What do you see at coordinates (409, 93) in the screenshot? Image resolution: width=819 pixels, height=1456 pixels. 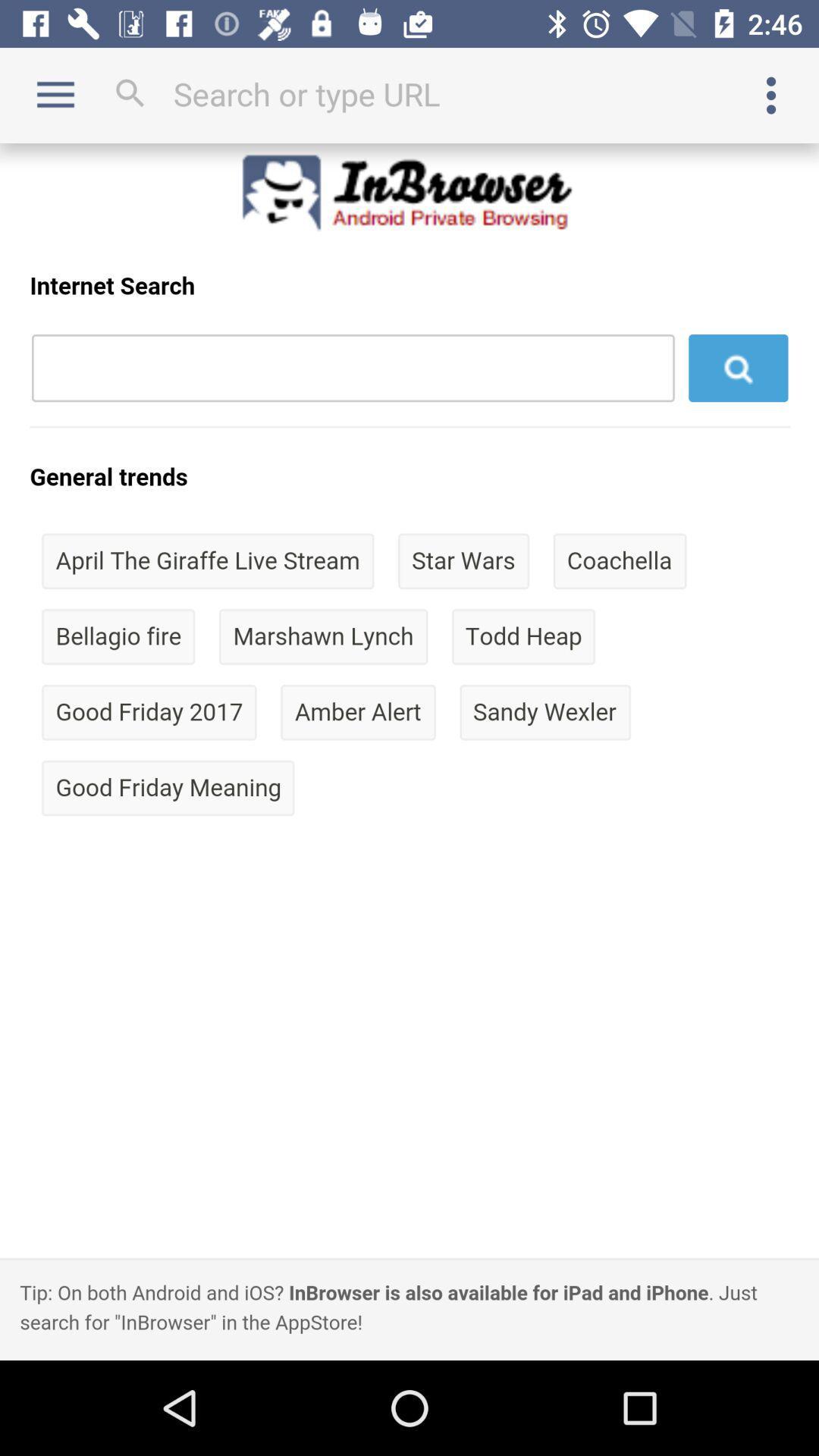 I see `search opption` at bounding box center [409, 93].